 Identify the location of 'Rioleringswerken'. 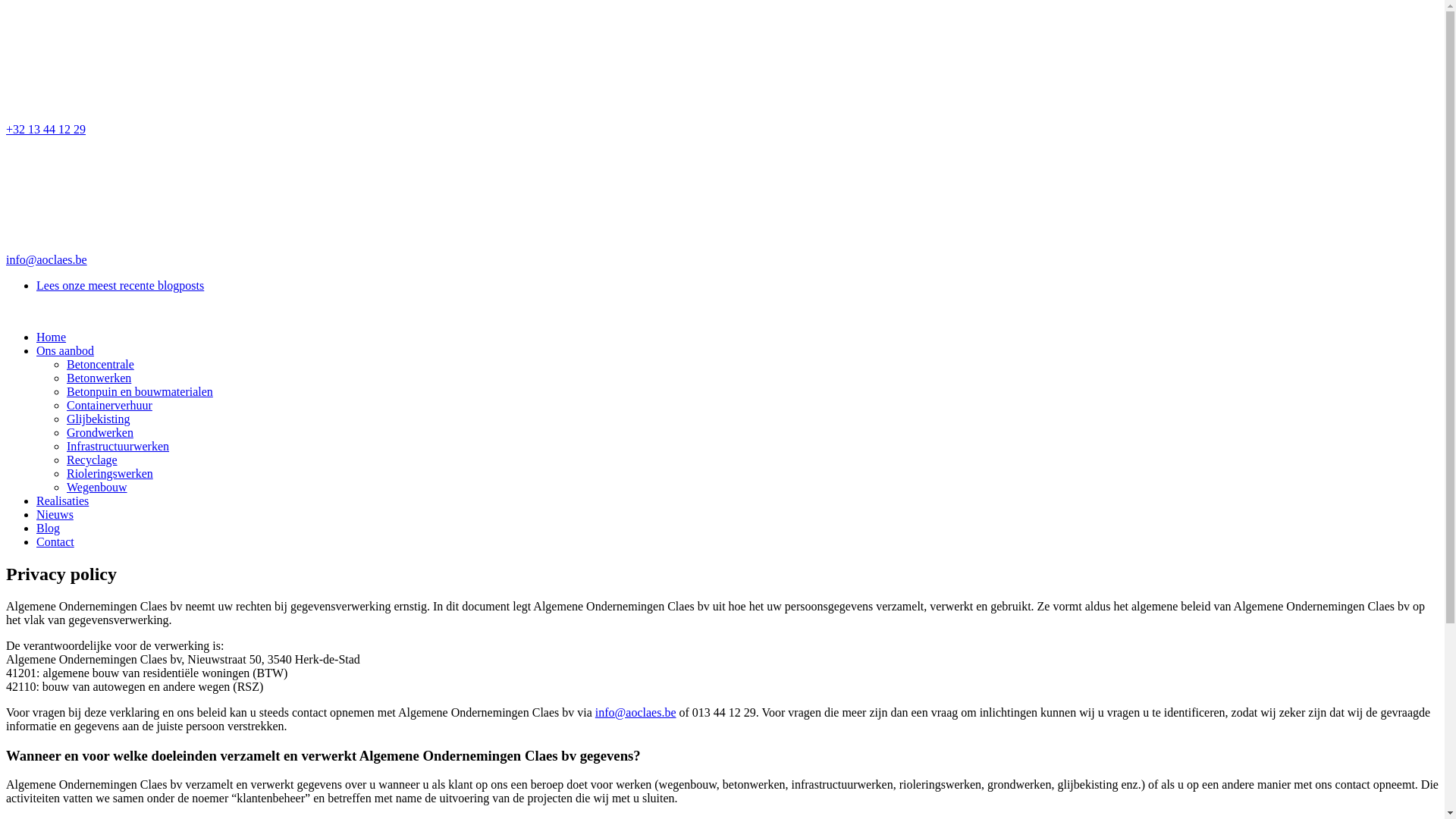
(108, 472).